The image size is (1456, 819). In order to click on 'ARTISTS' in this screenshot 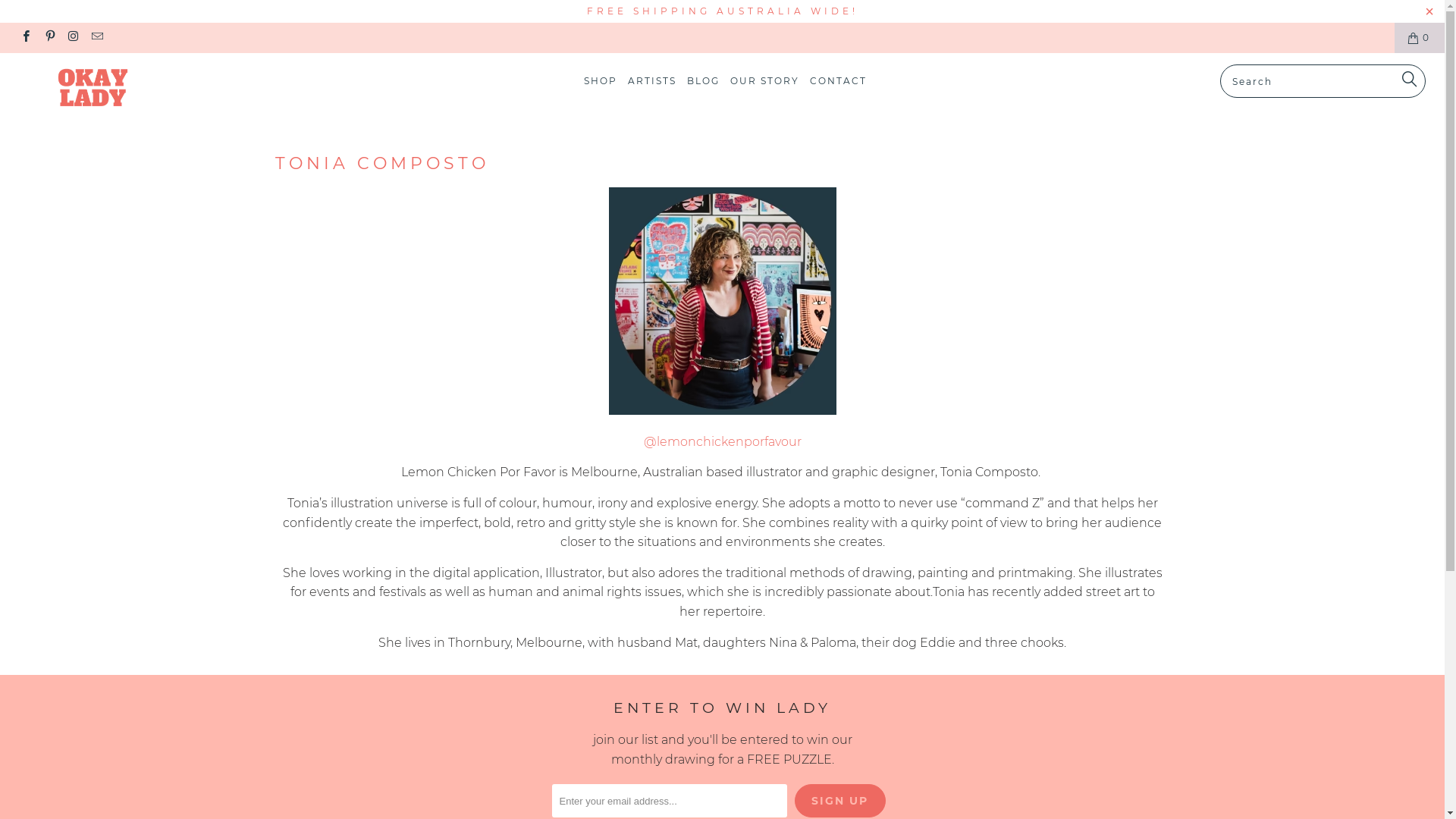, I will do `click(651, 81)`.